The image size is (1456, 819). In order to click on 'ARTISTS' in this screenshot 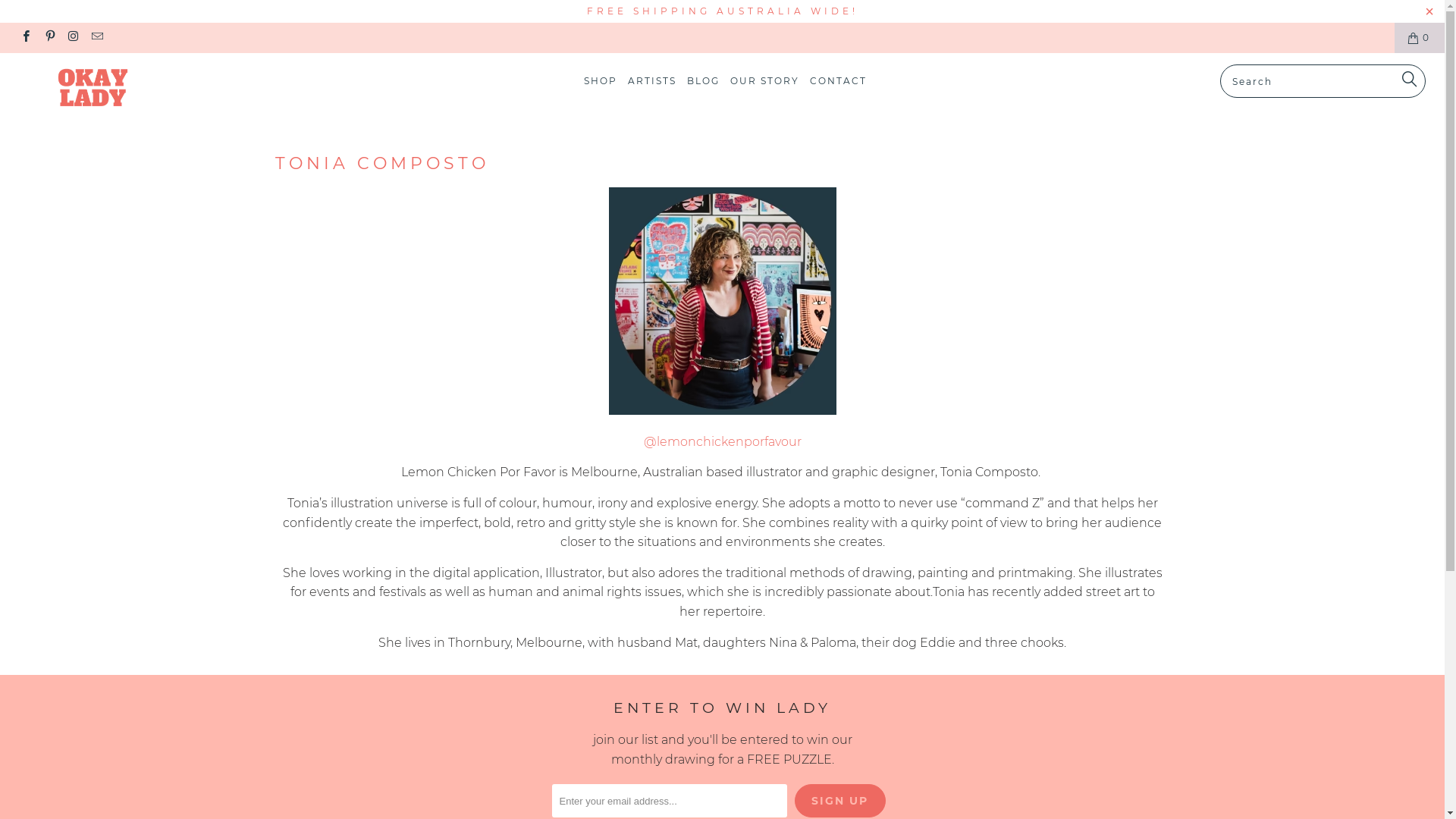, I will do `click(651, 81)`.